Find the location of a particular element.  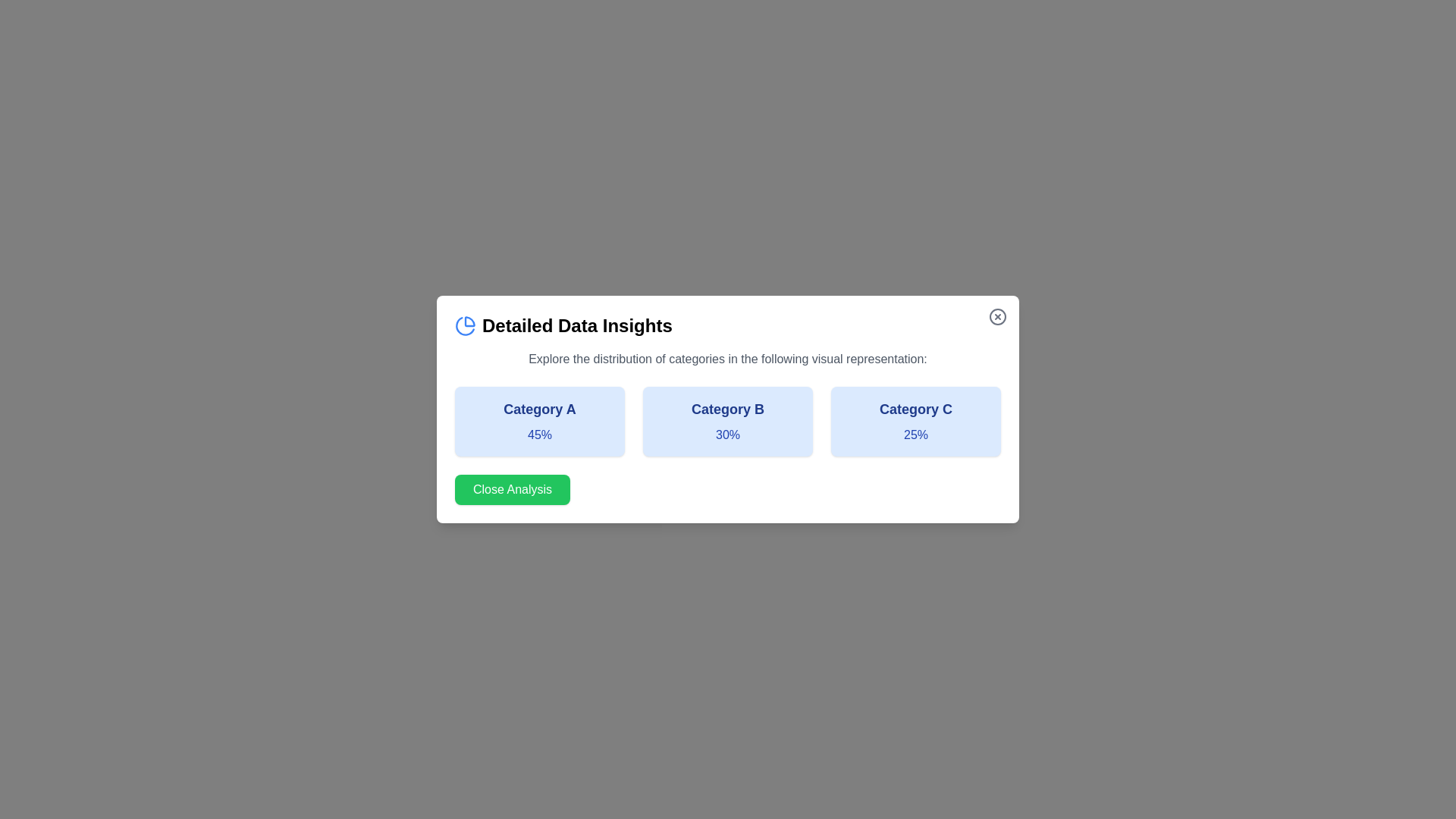

the close button represented as a circular shape with a cross mark at the top-right corner of the 'Detailed Data Insights' dialog box is located at coordinates (997, 315).